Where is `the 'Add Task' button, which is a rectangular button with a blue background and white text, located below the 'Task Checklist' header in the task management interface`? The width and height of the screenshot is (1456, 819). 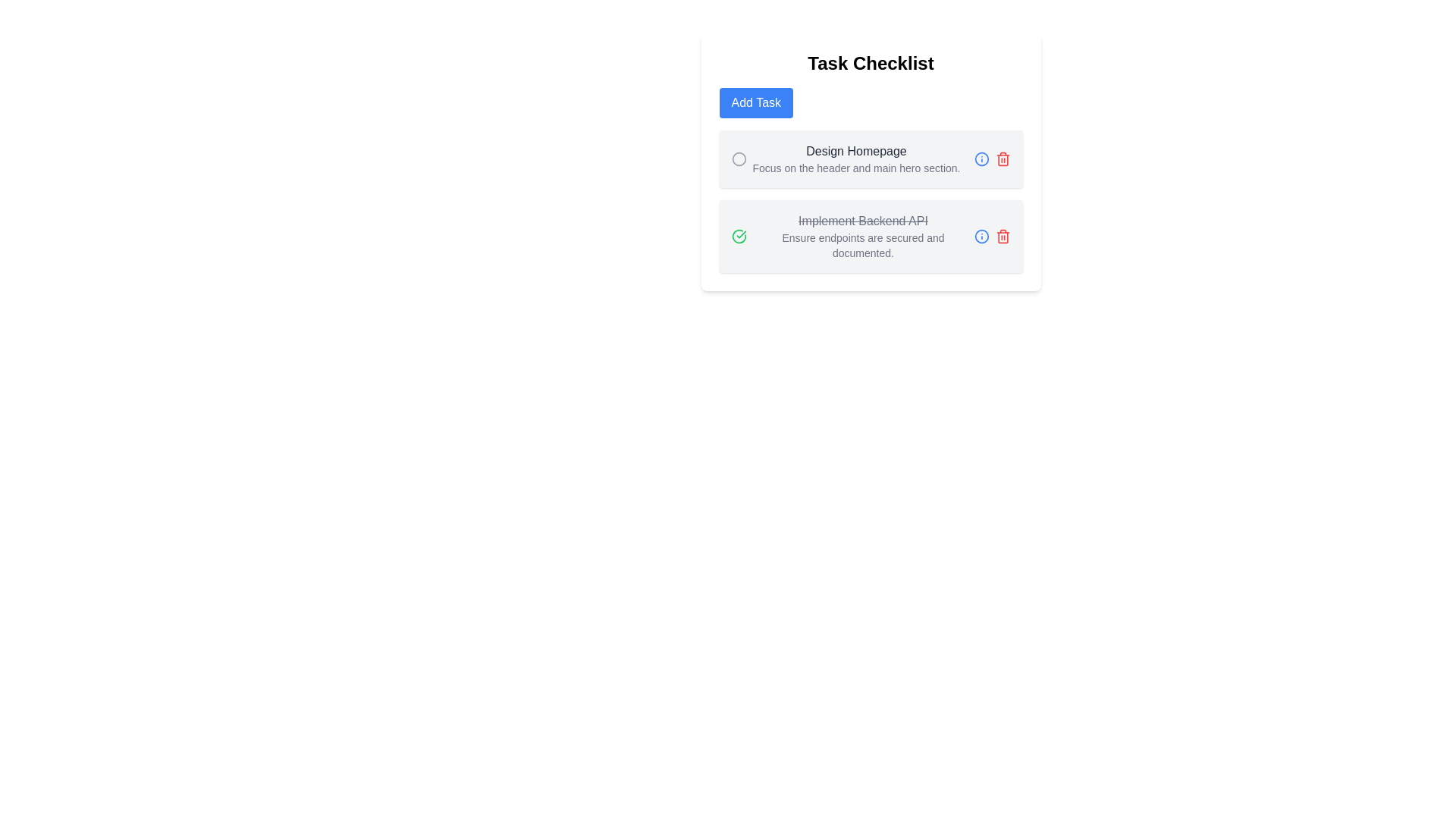
the 'Add Task' button, which is a rectangular button with a blue background and white text, located below the 'Task Checklist' header in the task management interface is located at coordinates (756, 102).